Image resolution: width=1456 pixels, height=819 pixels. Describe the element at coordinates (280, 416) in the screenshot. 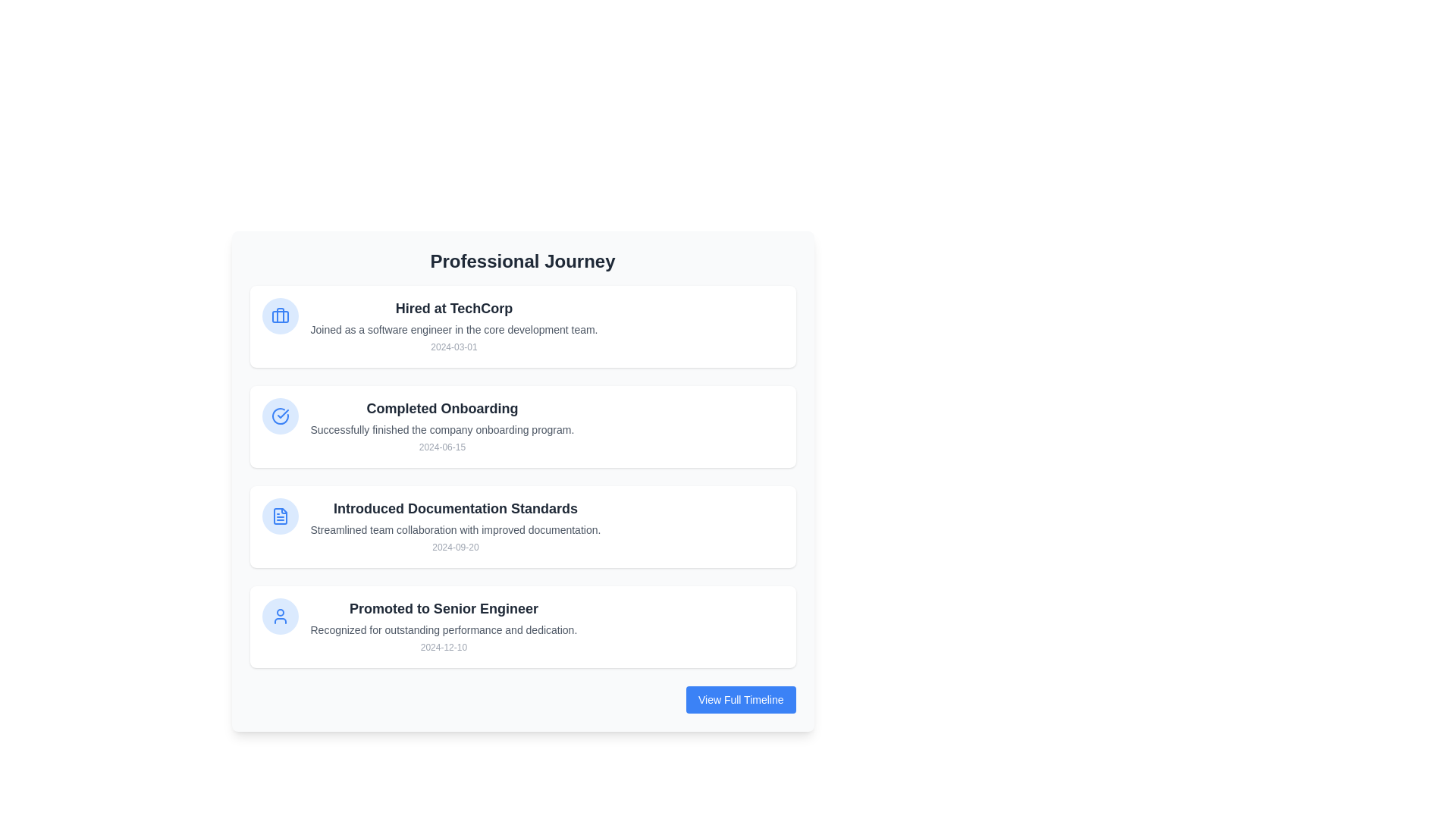

I see `the completion status icon located in the leftmost section of 'Completed Onboarding', which indicates the successful completion of the onboarding program` at that location.